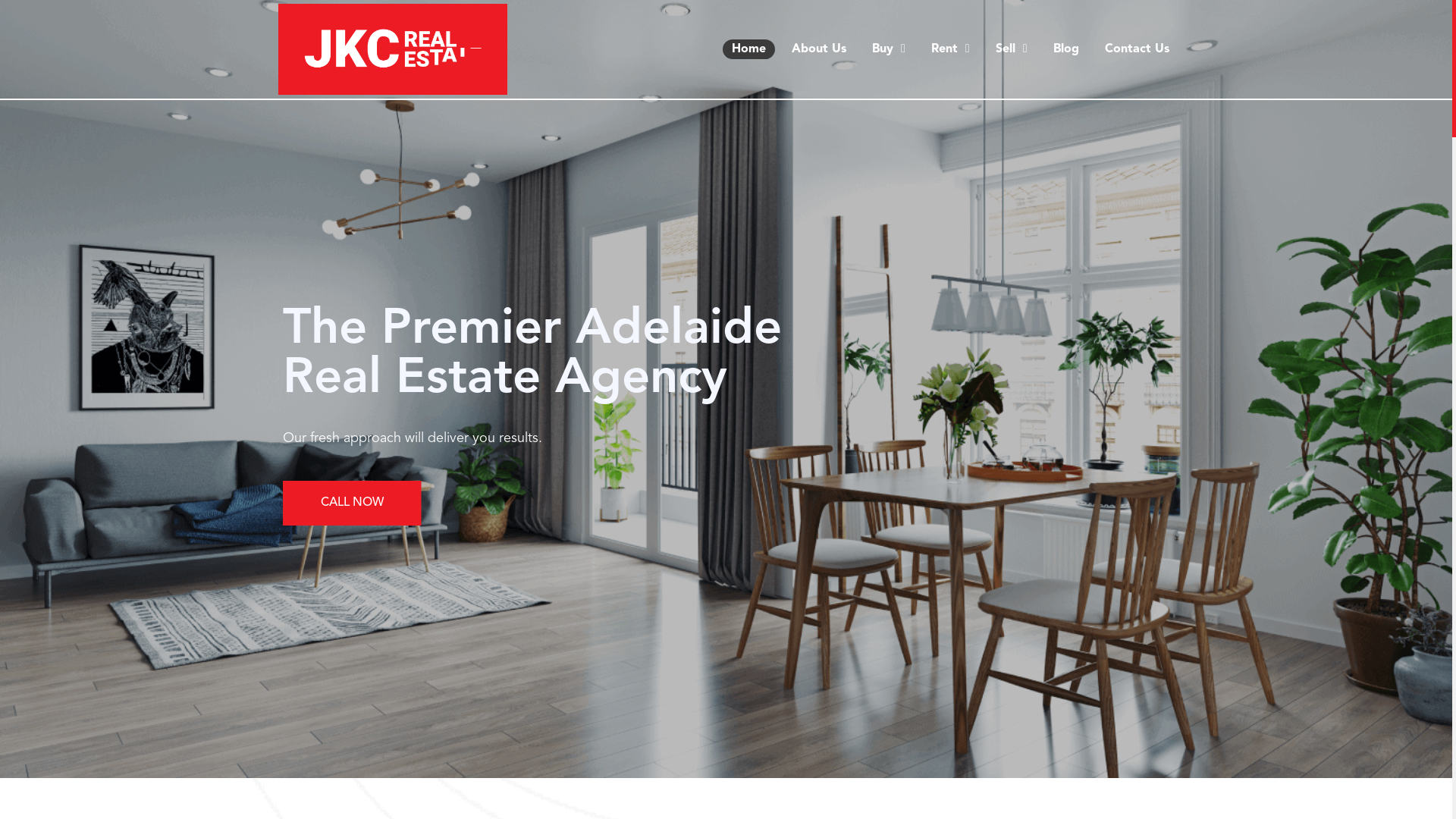 The width and height of the screenshot is (1456, 819). Describe the element at coordinates (350, 503) in the screenshot. I see `'CALL NOW'` at that location.